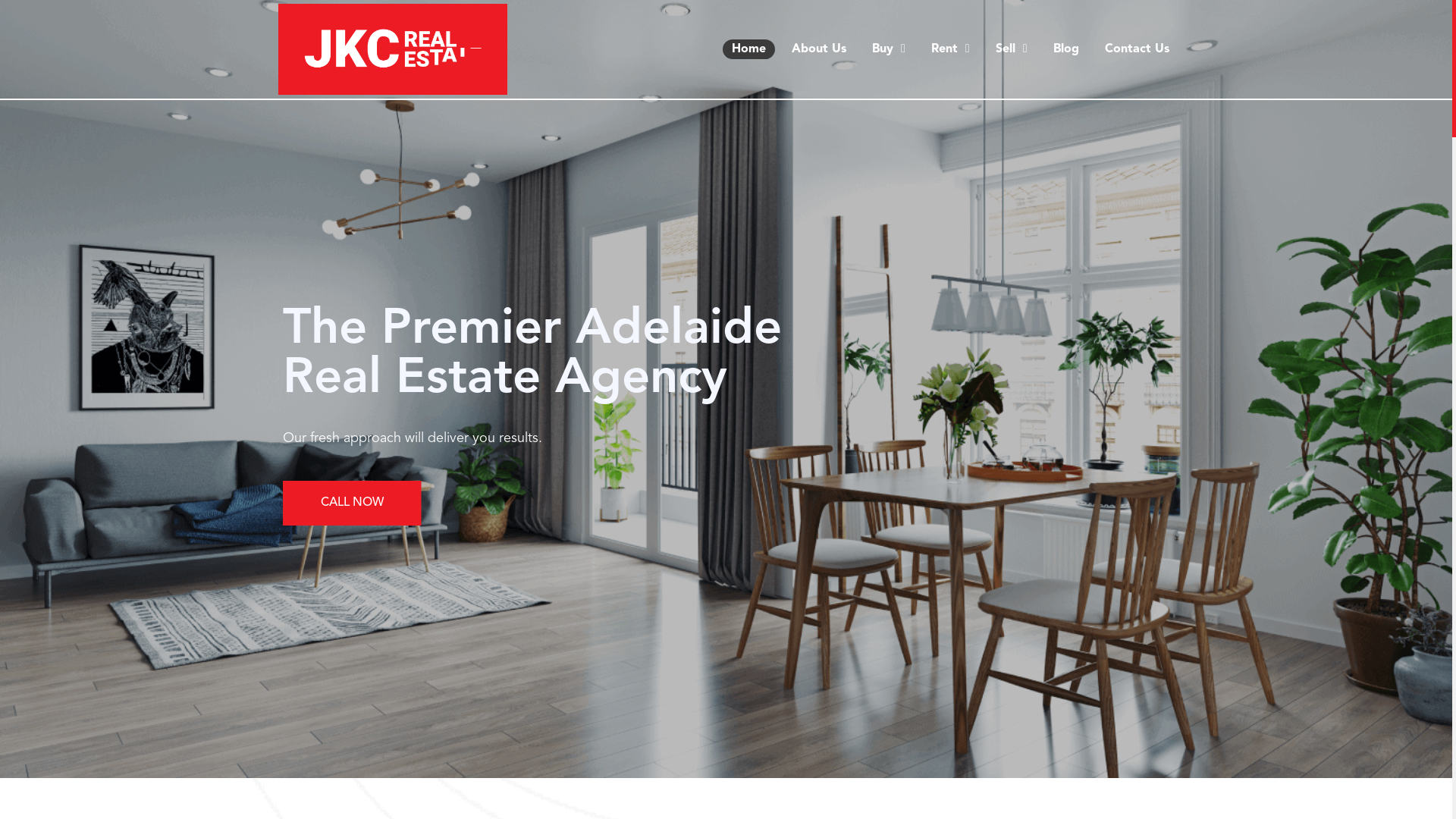 The width and height of the screenshot is (1456, 819). Describe the element at coordinates (350, 503) in the screenshot. I see `'CALL NOW'` at that location.